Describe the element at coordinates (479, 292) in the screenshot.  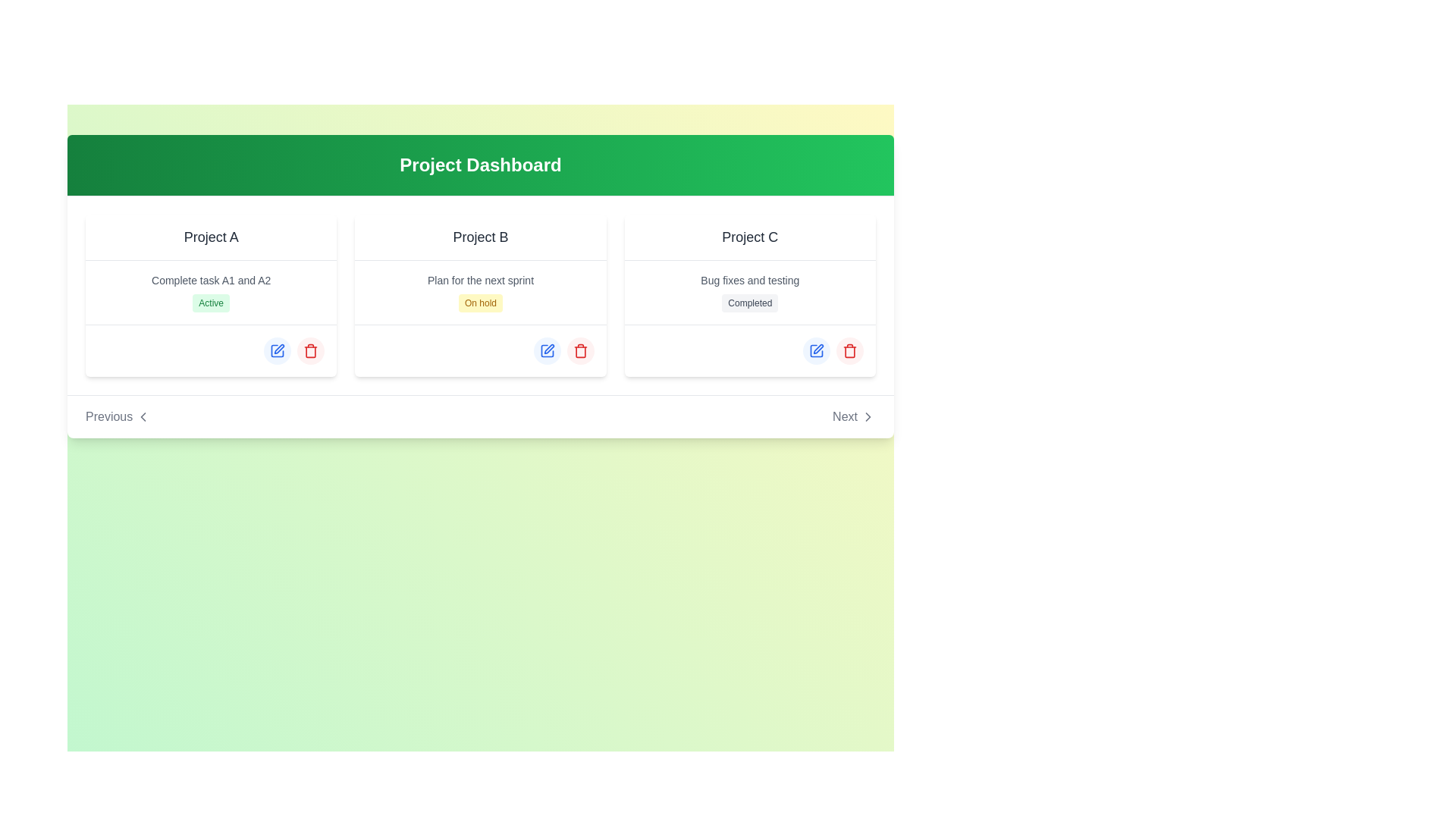
I see `the Informational text component that contains 'Plan for the next sprint' and 'On hold', located in the middle section of the Project B card` at that location.